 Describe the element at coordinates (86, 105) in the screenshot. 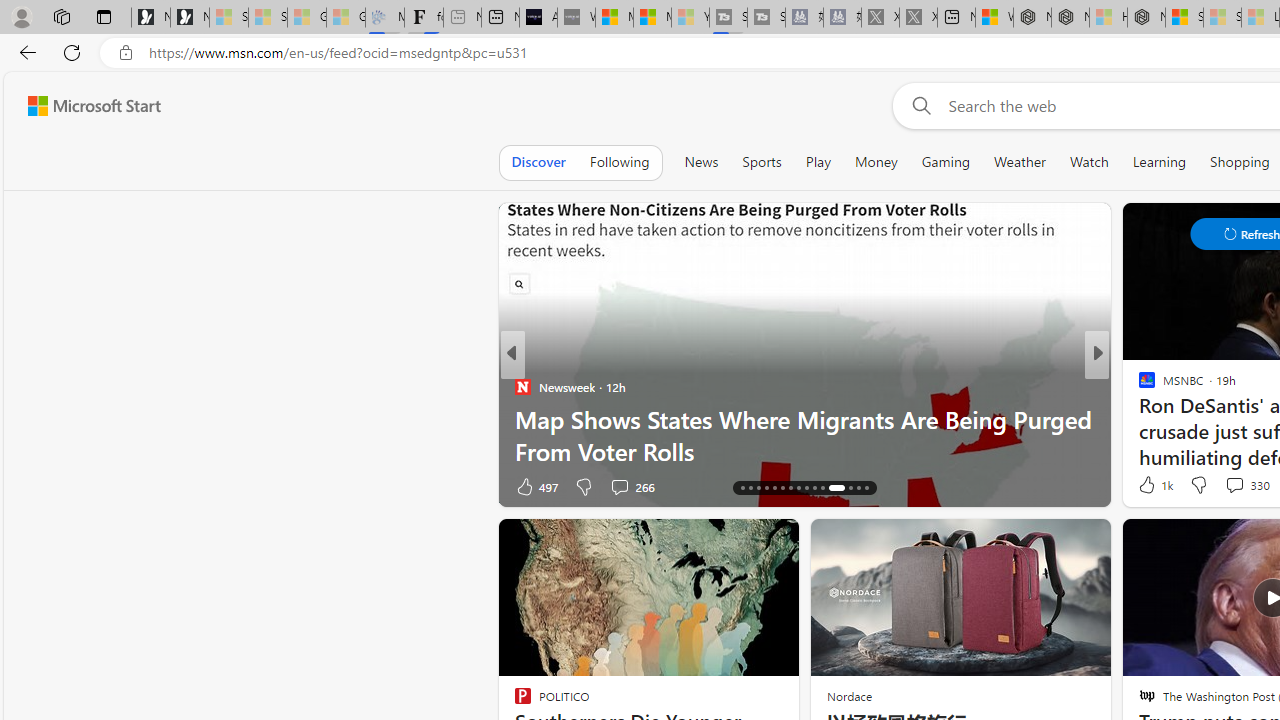

I see `'Skip to content'` at that location.